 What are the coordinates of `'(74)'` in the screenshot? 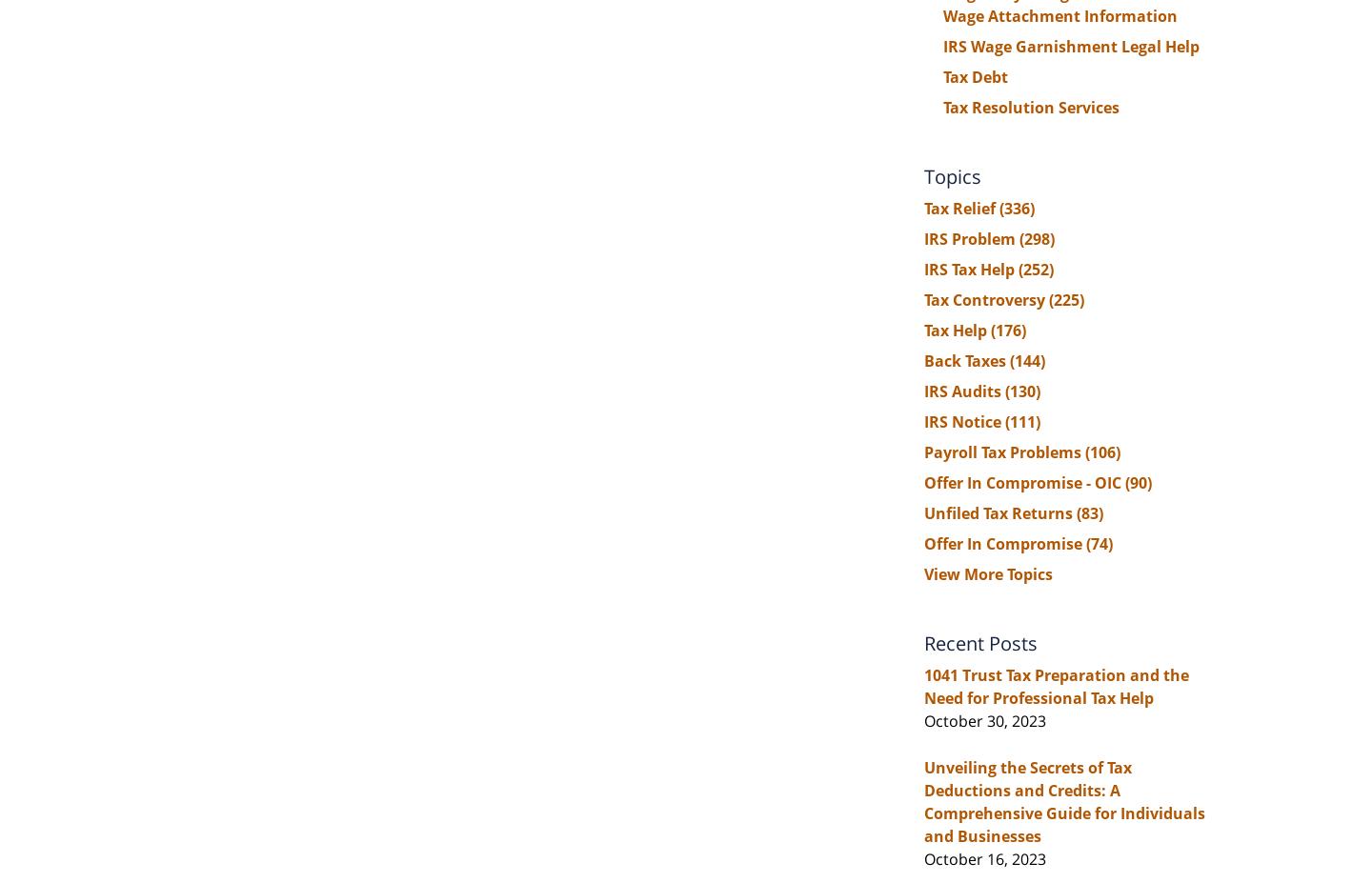 It's located at (1100, 543).